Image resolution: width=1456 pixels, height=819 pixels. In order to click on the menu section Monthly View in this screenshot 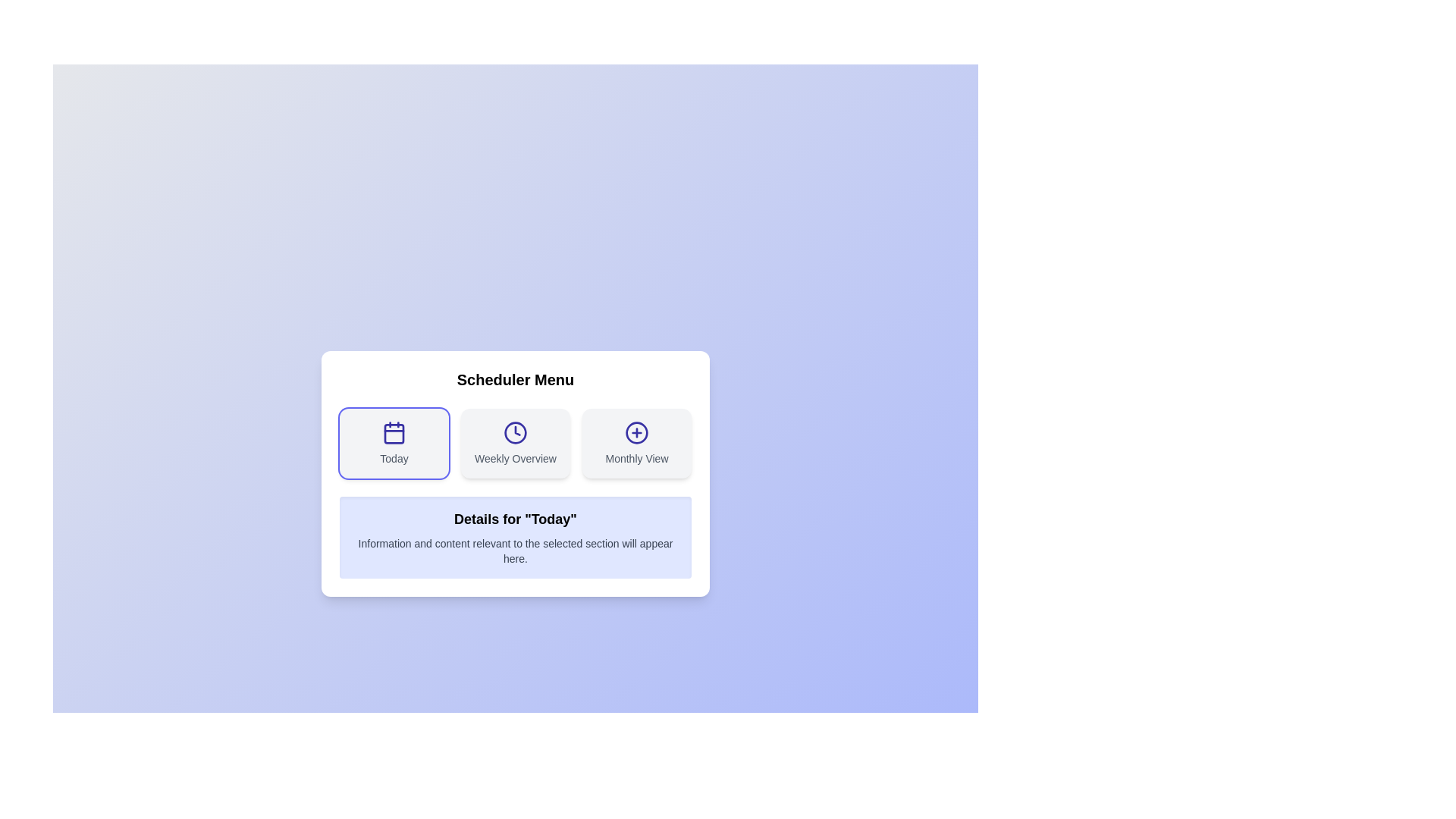, I will do `click(637, 444)`.